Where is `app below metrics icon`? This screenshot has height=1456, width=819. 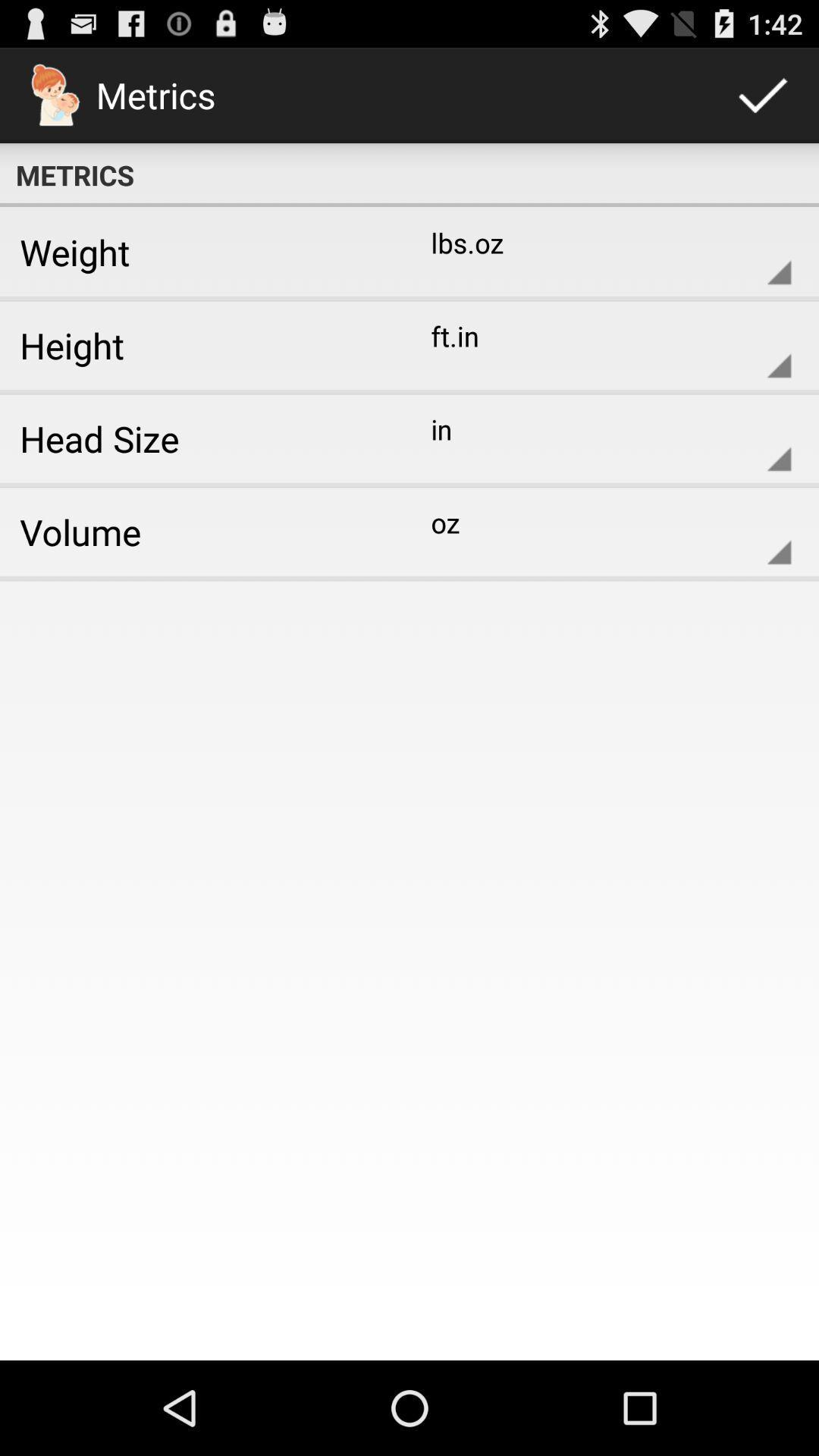 app below metrics icon is located at coordinates (199, 252).